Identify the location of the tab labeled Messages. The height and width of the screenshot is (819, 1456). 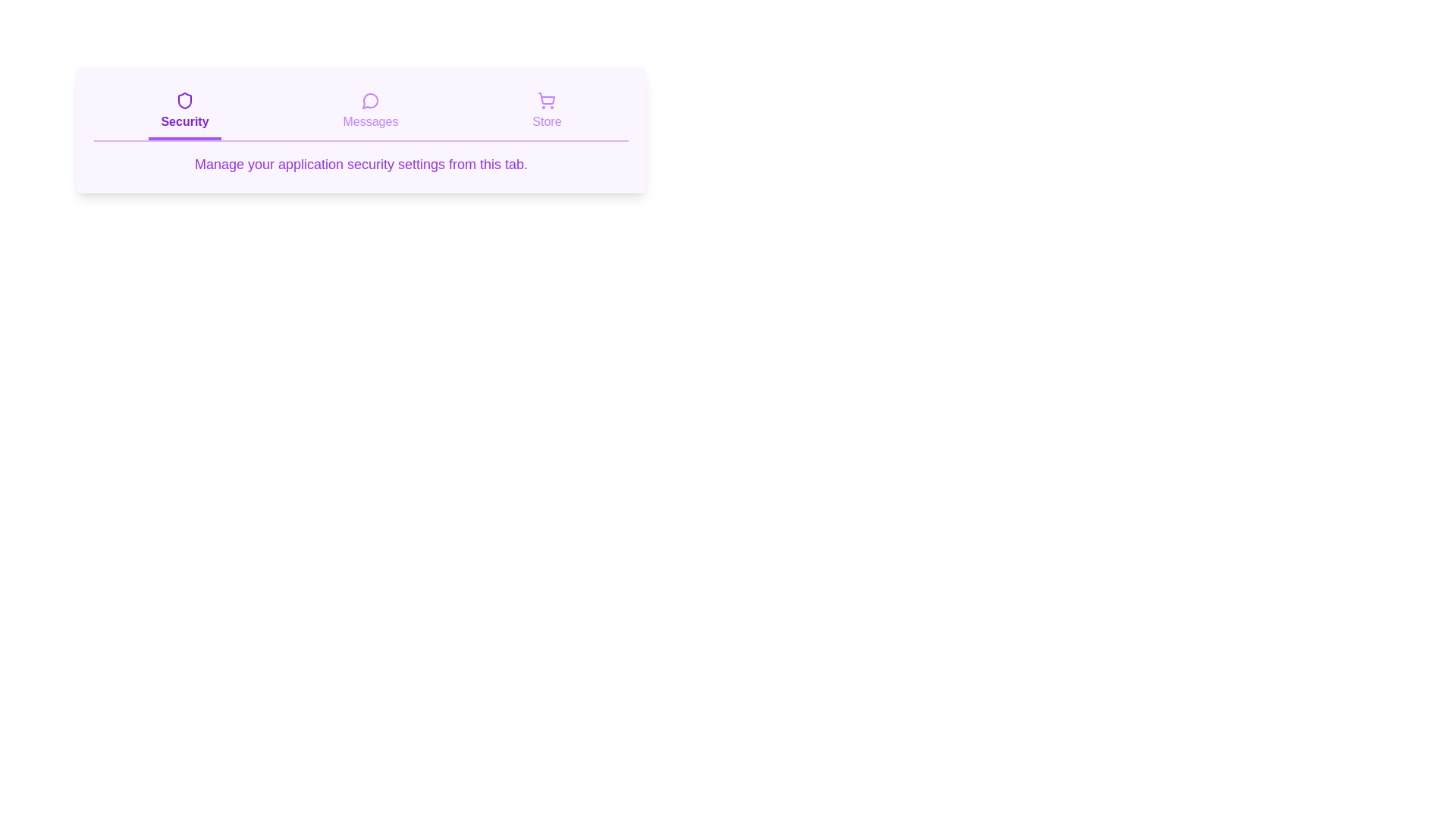
(370, 112).